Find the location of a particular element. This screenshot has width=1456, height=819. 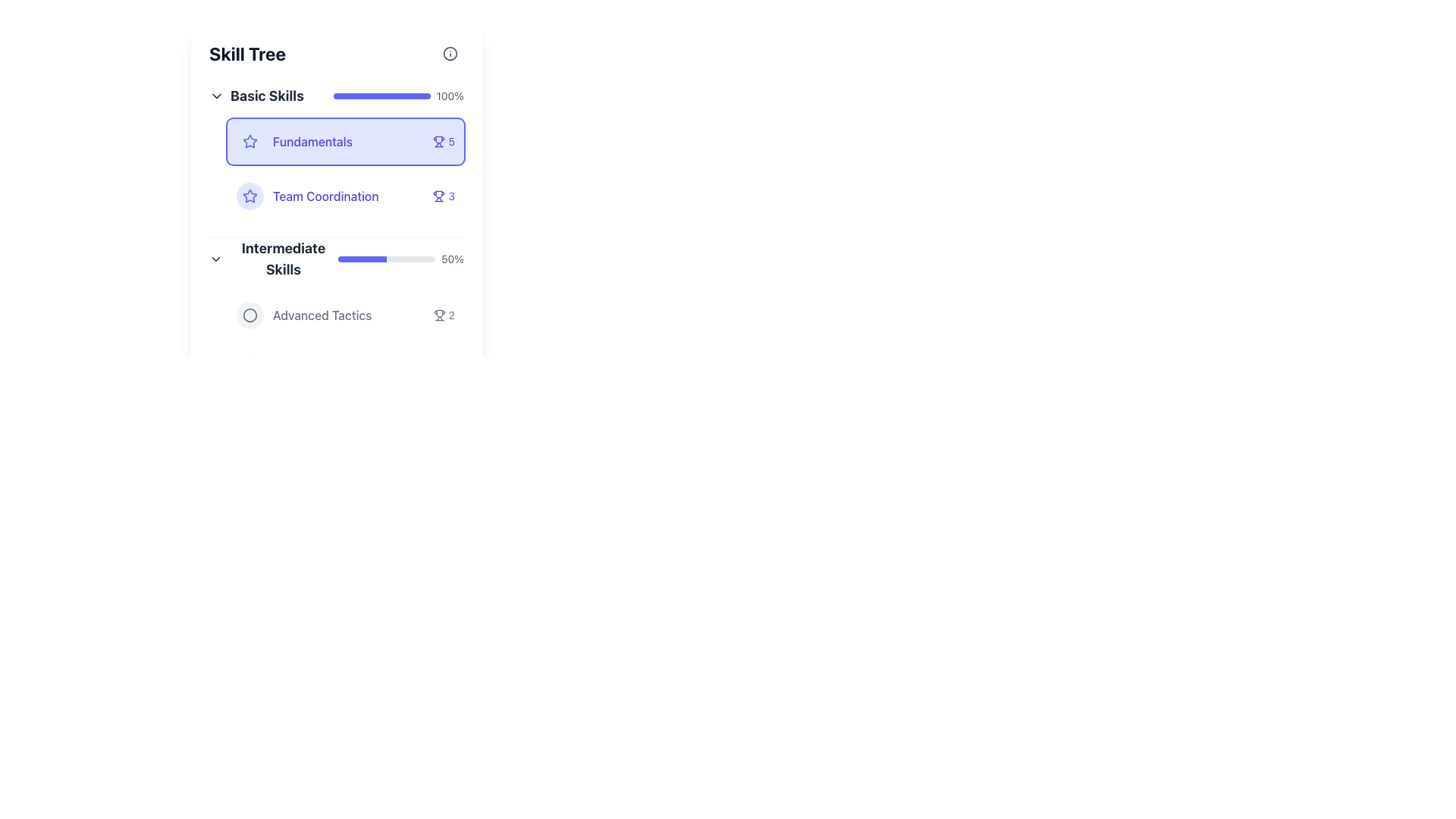

the visual indicator icon associated with the 'Advanced Tactics' entry in the skill tree, located in the middle-left position of the 'Advanced Tactics' row within the 'Intermediate Skills' section is located at coordinates (250, 315).